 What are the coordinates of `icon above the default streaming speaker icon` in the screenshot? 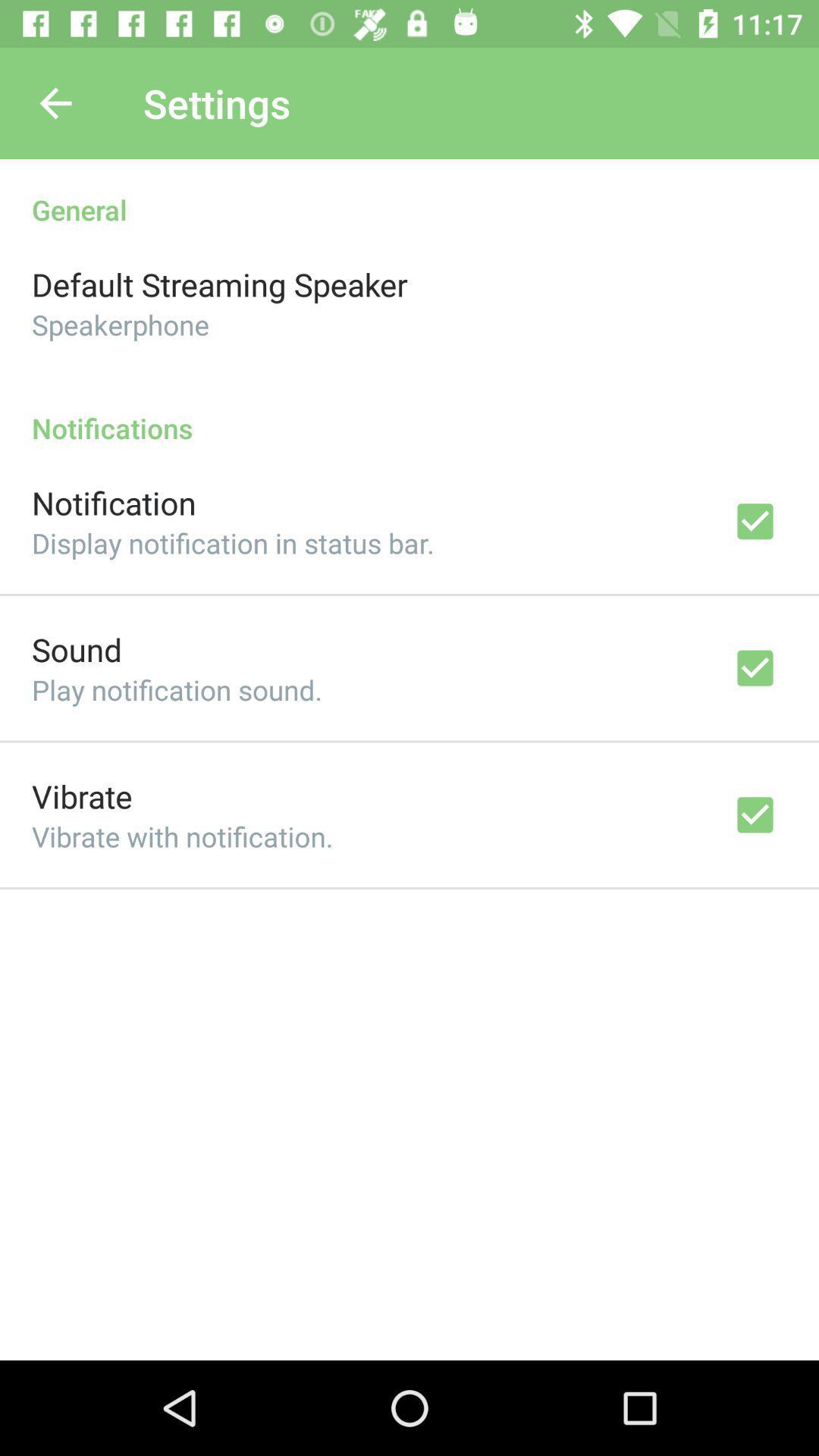 It's located at (409, 193).